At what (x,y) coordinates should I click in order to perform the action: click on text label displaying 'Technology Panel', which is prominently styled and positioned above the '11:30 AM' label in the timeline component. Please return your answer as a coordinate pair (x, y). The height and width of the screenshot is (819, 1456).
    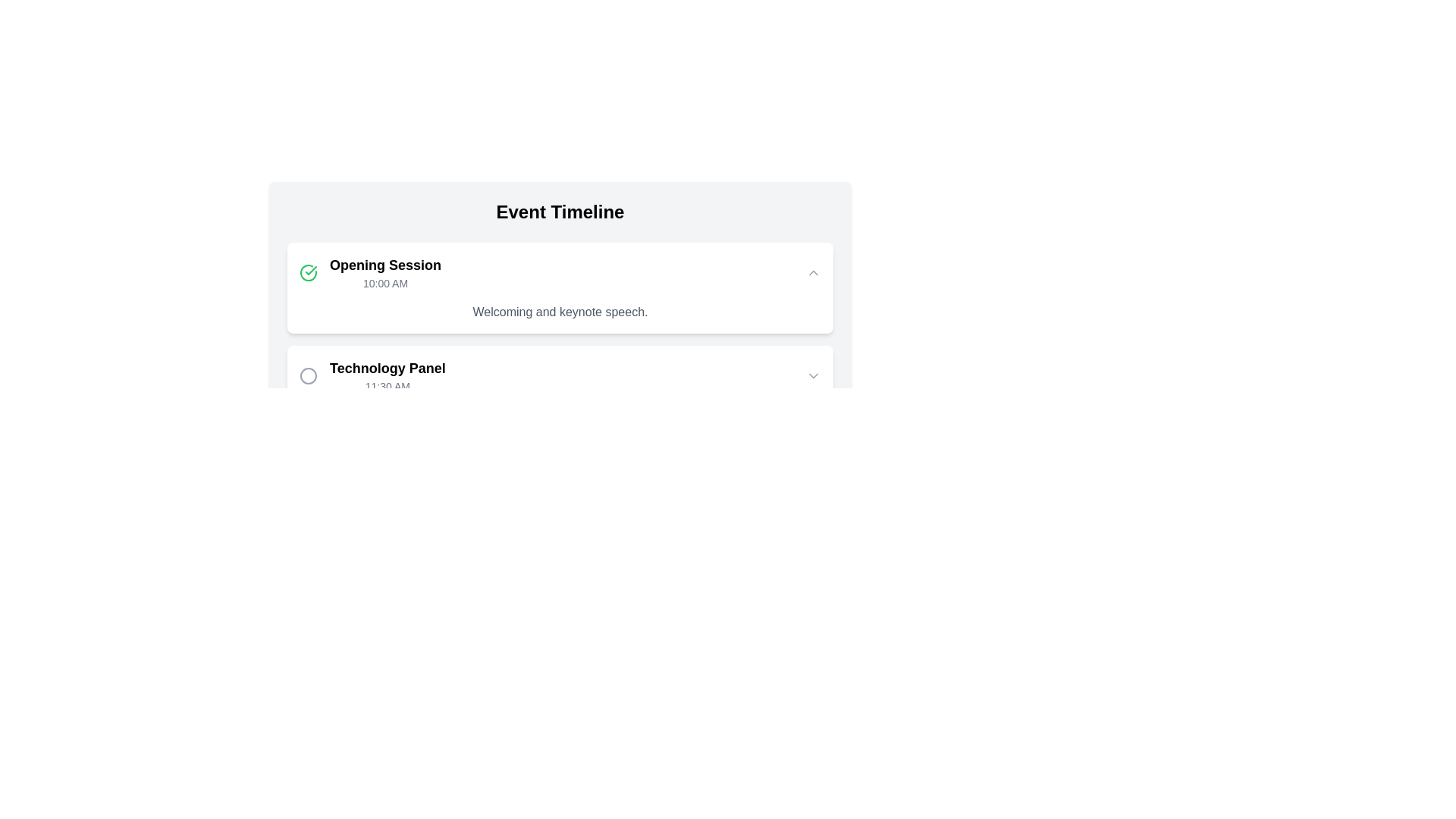
    Looking at the image, I should click on (388, 369).